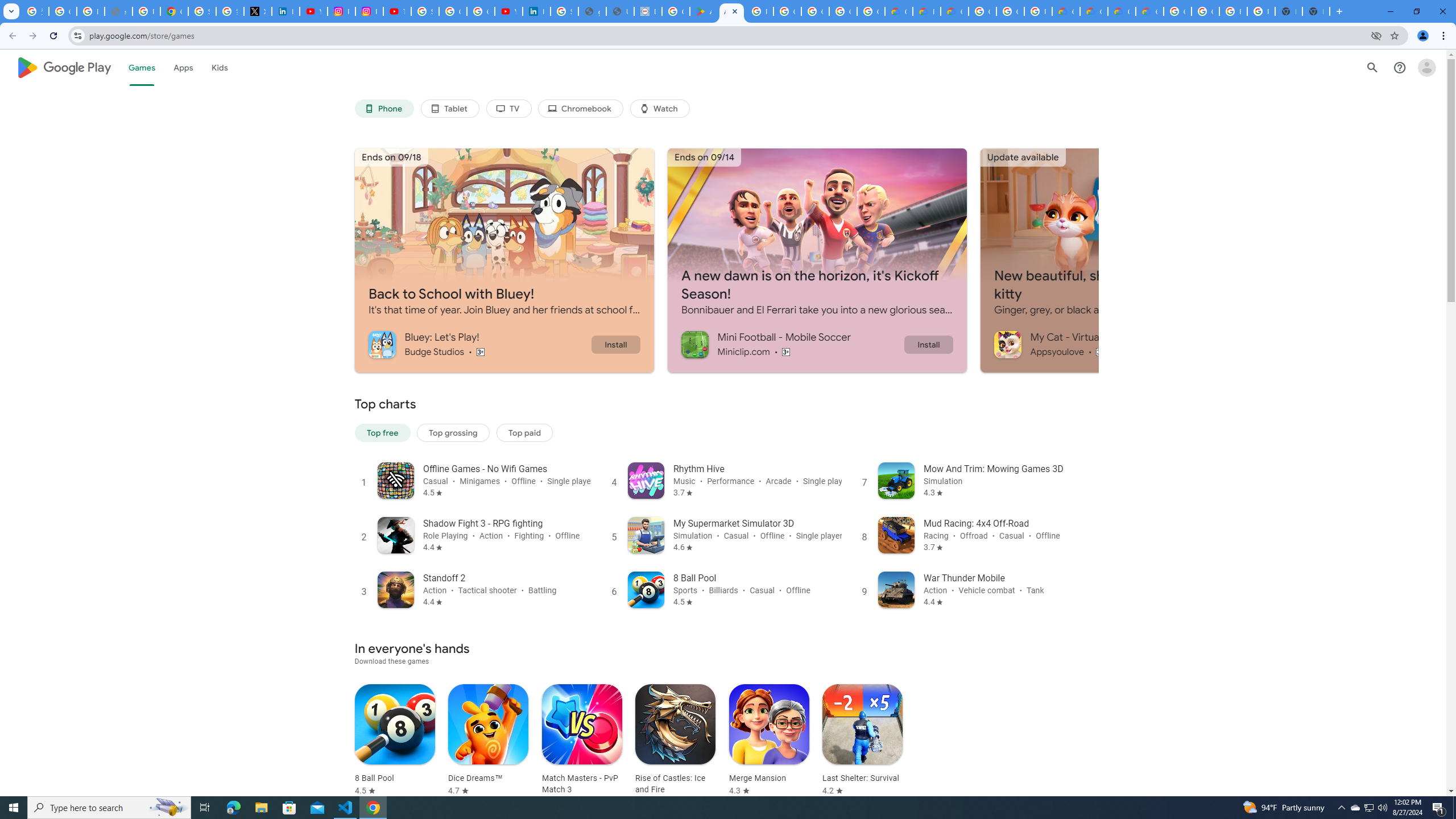 Image resolution: width=1456 pixels, height=819 pixels. I want to click on 'Top paid', so click(524, 433).